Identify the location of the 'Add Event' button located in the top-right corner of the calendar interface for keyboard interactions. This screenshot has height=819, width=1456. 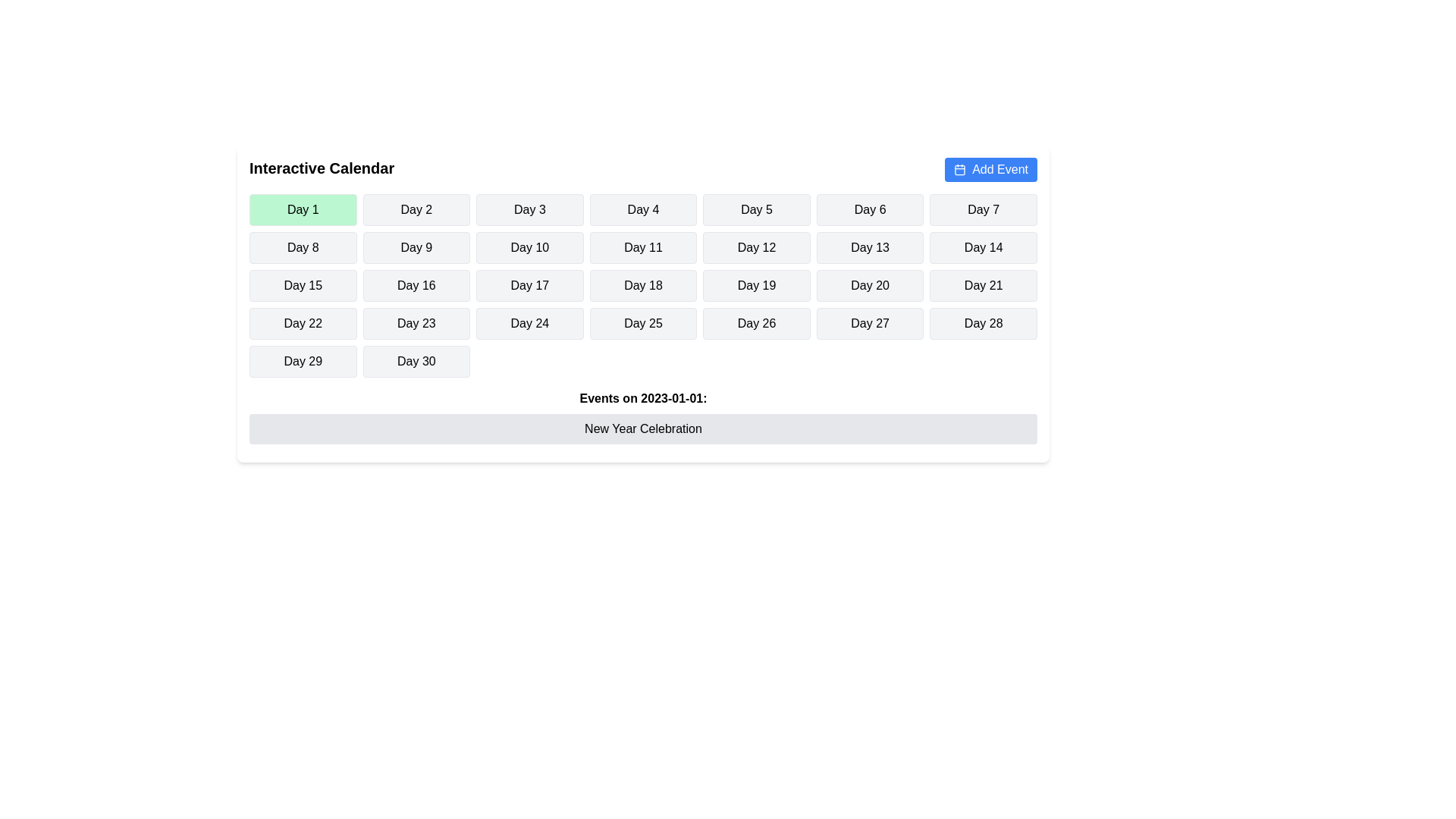
(991, 169).